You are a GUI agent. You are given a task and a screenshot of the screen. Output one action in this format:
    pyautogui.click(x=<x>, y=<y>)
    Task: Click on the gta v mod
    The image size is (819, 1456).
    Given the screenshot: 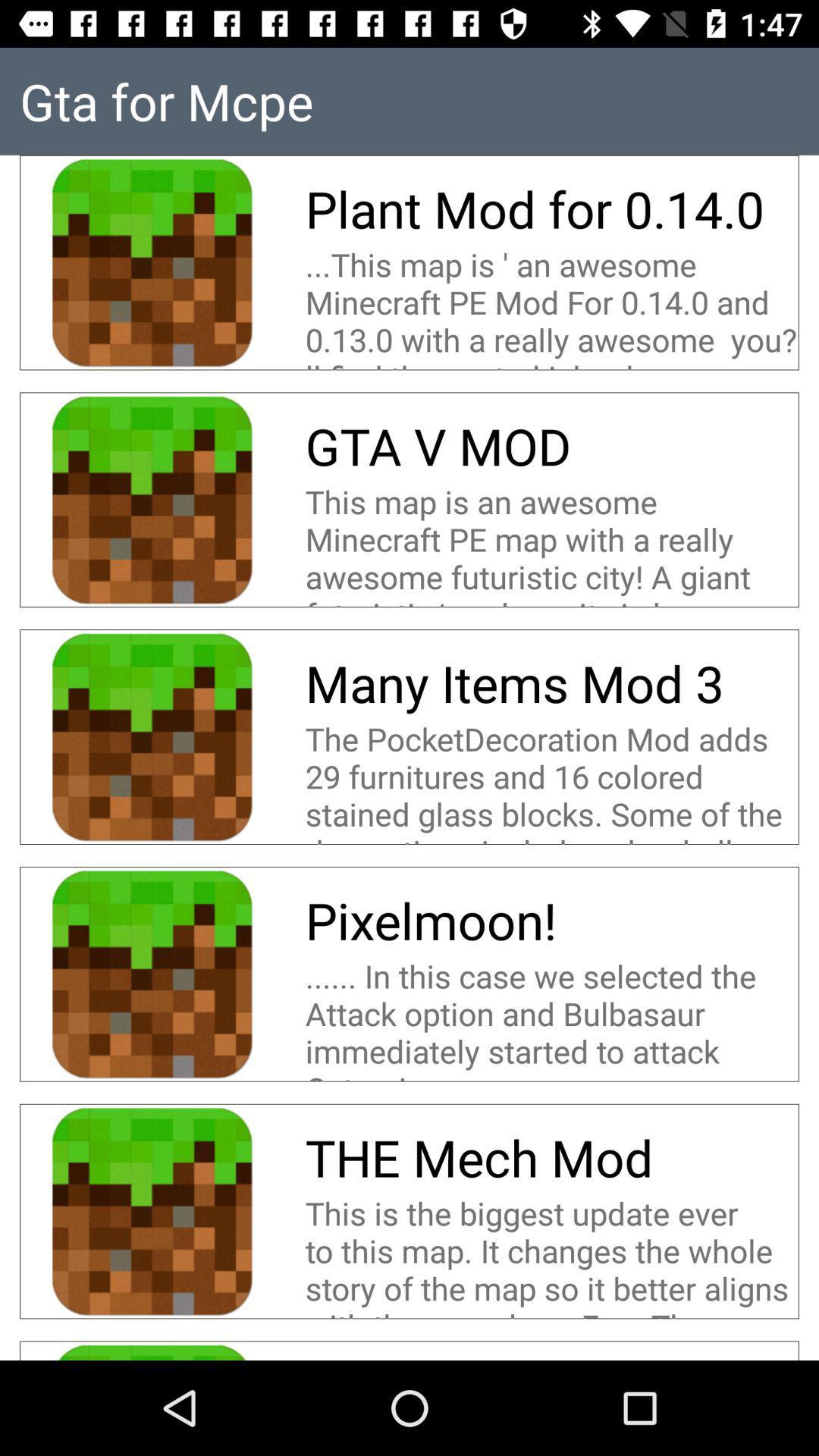 What is the action you would take?
    pyautogui.click(x=438, y=445)
    